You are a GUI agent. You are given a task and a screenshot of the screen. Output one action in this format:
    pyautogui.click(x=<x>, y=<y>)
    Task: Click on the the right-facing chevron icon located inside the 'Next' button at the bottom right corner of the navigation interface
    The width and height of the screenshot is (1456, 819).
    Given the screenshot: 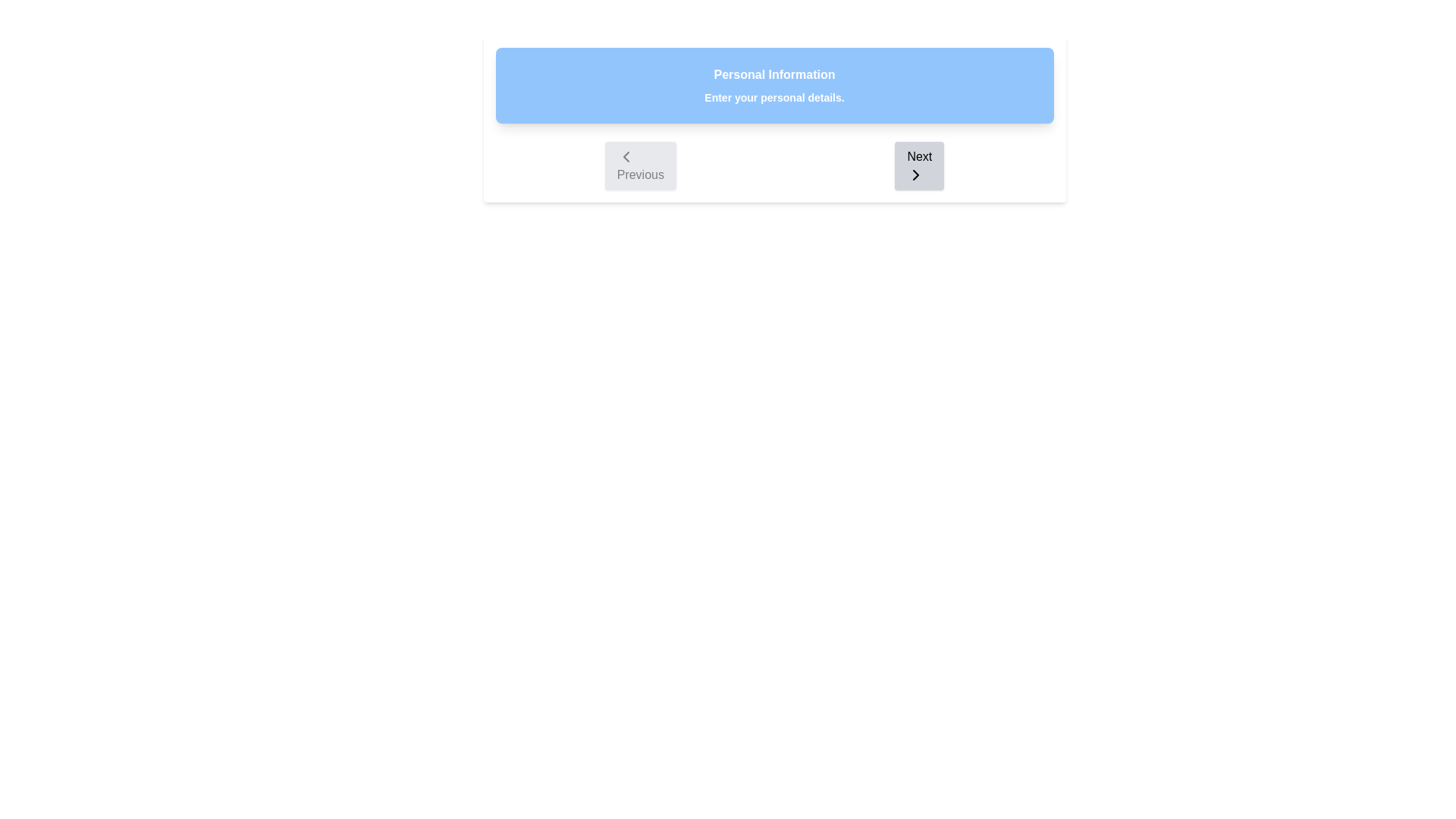 What is the action you would take?
    pyautogui.click(x=915, y=174)
    